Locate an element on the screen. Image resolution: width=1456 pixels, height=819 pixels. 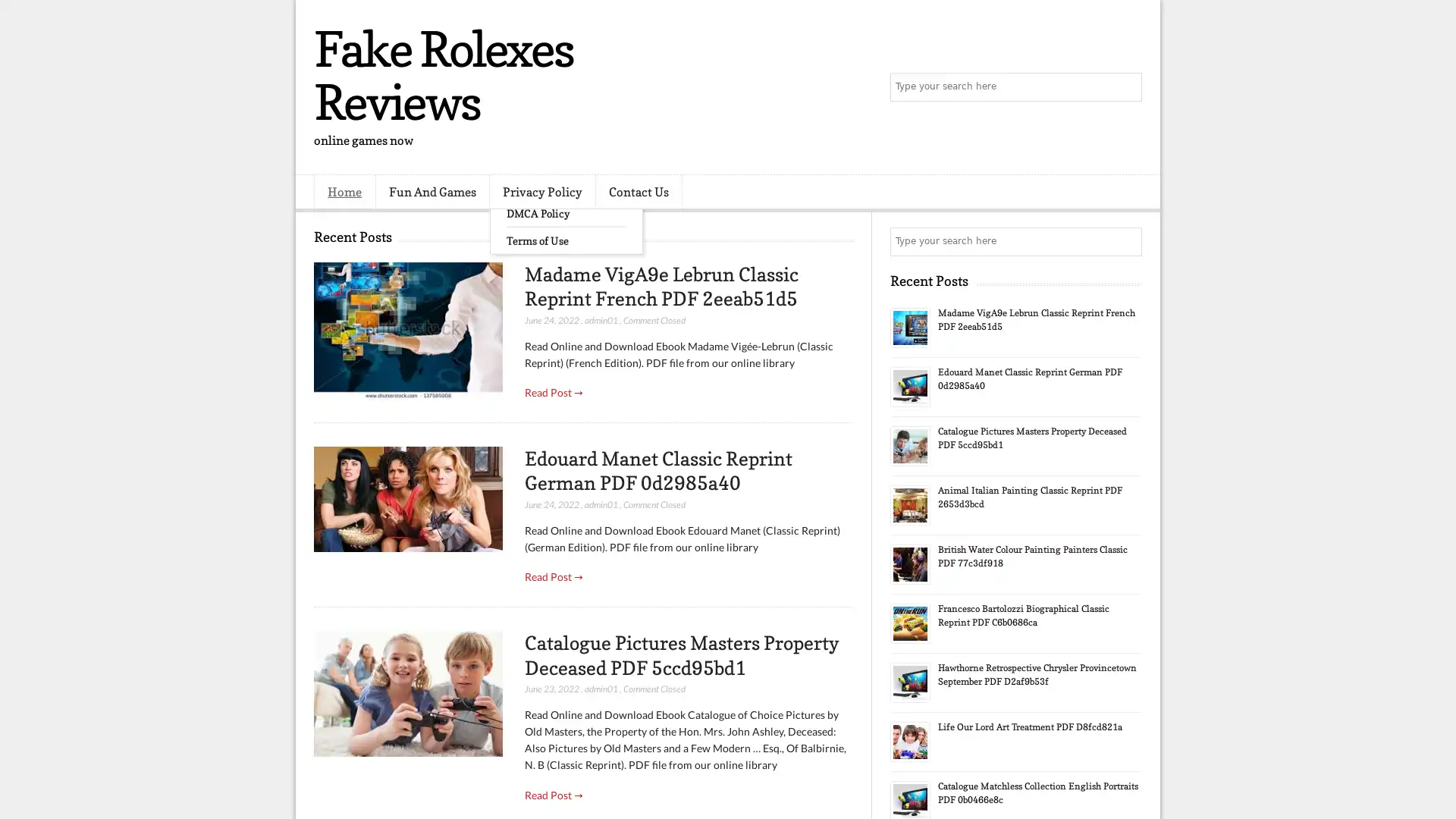
Search is located at coordinates (1126, 241).